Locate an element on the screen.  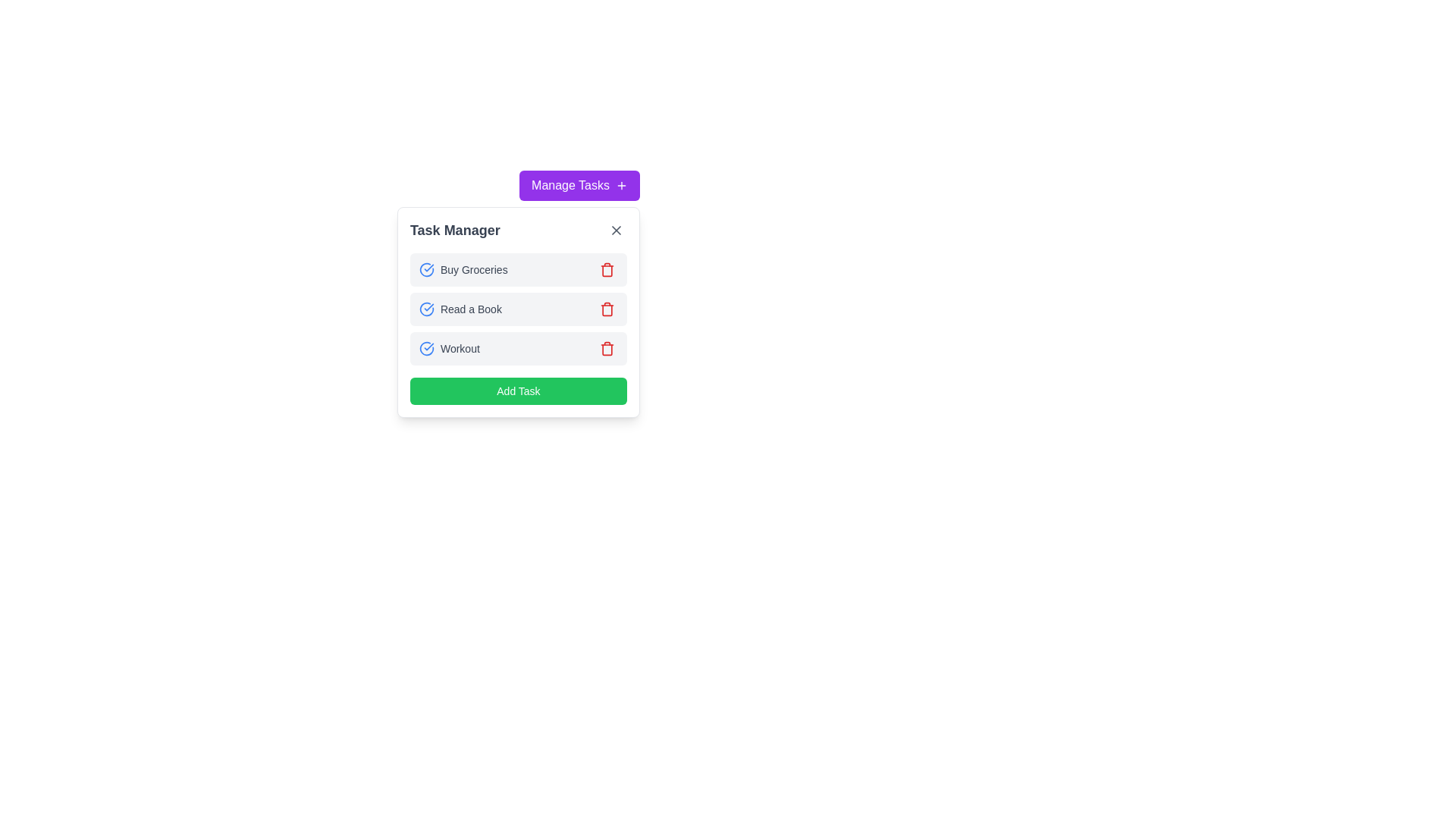
the 'Task Manager' modal dialog box, which has a white background, gray border, and rounded edges is located at coordinates (518, 312).